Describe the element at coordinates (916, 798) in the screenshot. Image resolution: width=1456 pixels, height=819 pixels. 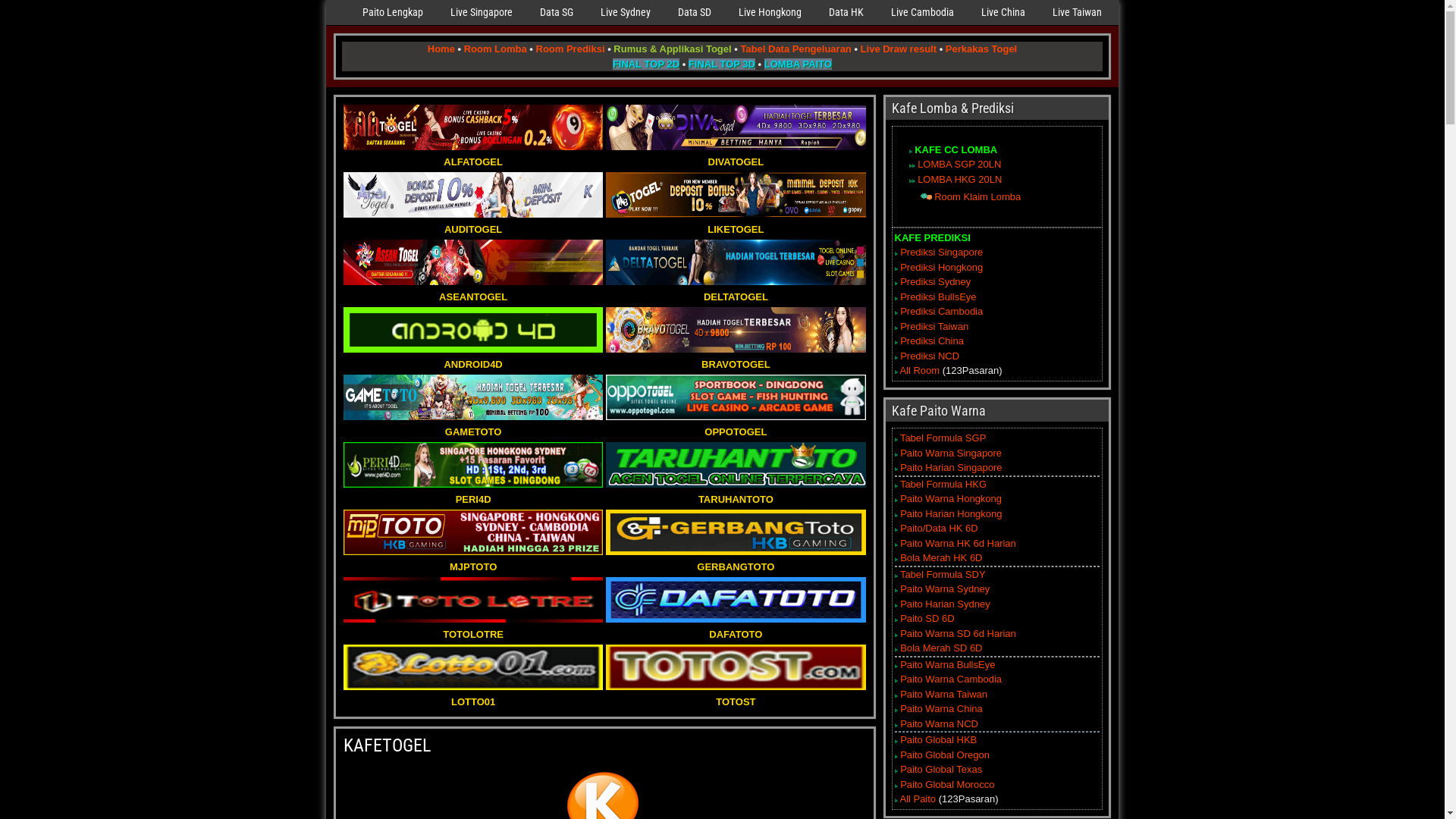
I see `'All Paito'` at that location.